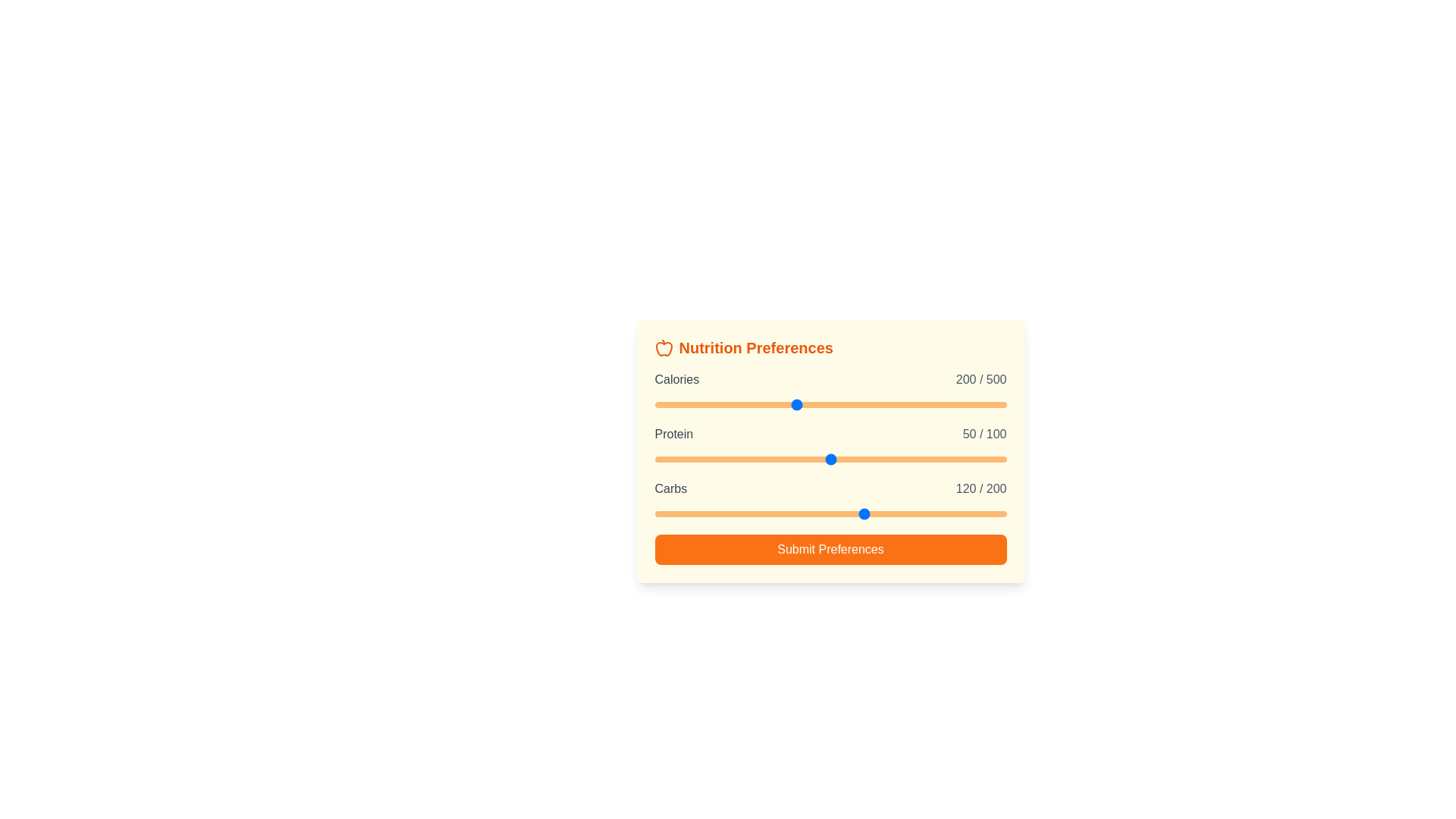  What do you see at coordinates (855, 458) in the screenshot?
I see `the protein value` at bounding box center [855, 458].